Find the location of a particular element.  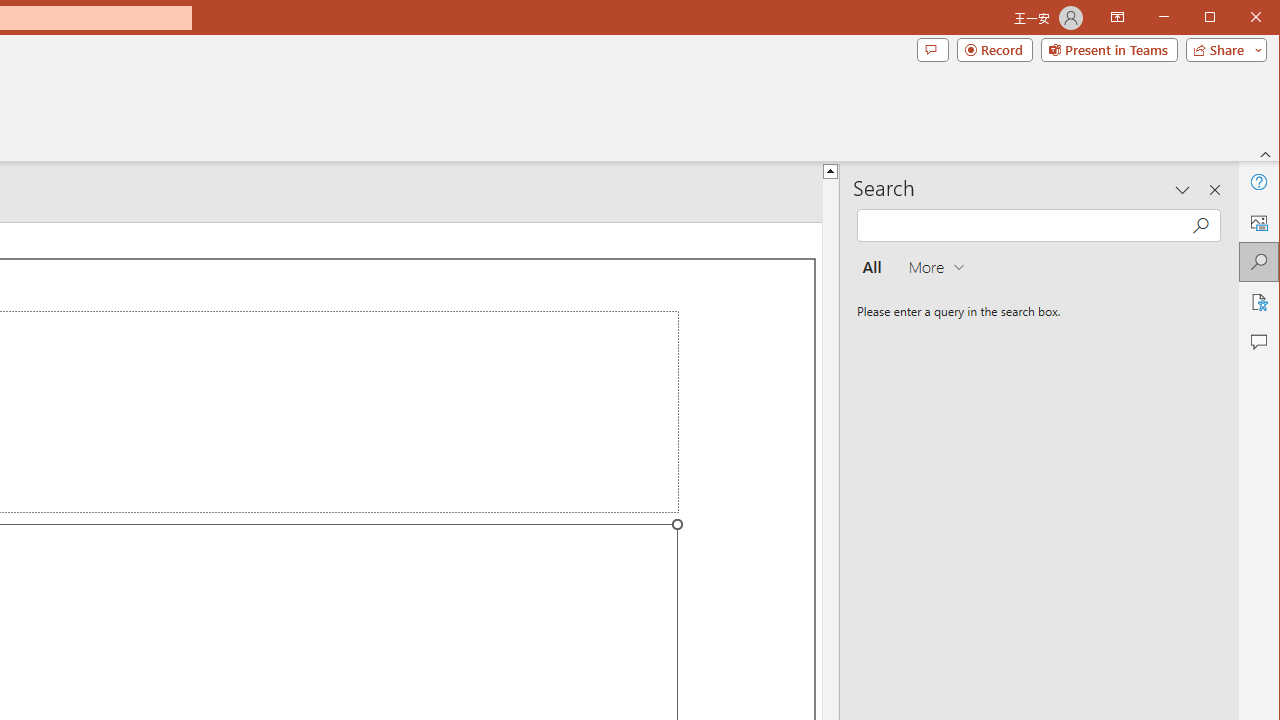

'Comments' is located at coordinates (931, 49).